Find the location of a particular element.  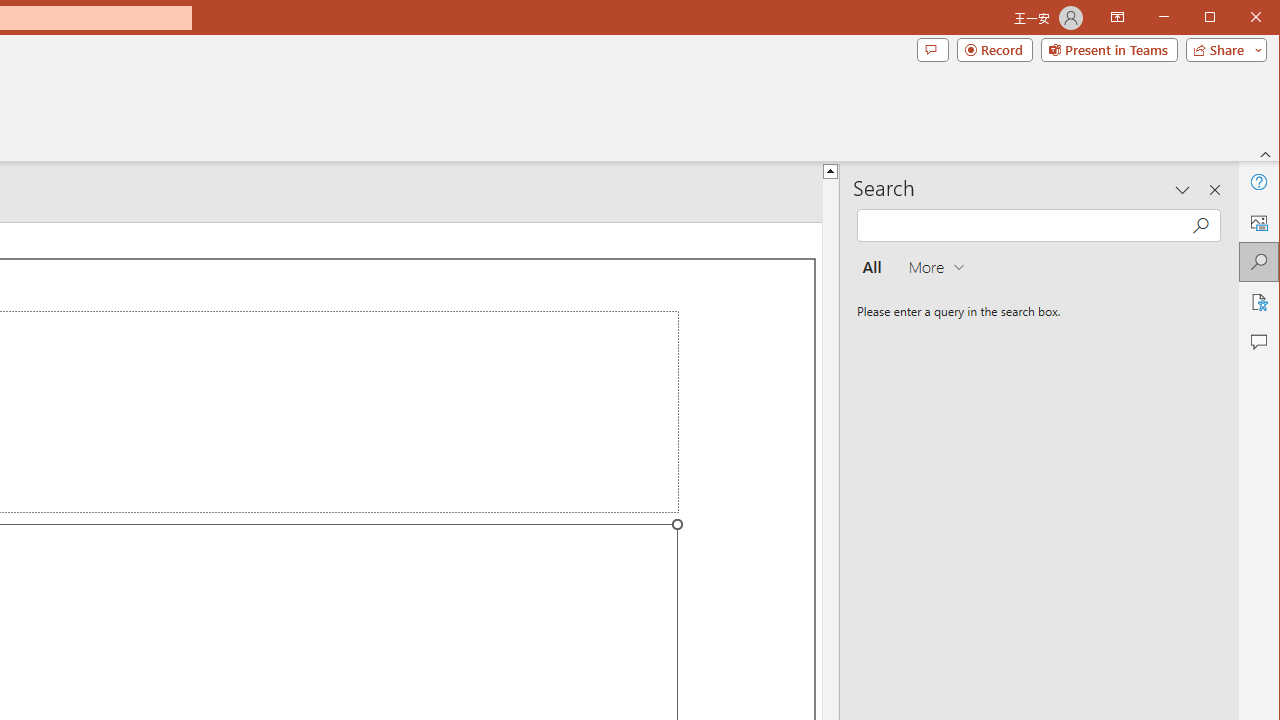

'Comments' is located at coordinates (931, 49).